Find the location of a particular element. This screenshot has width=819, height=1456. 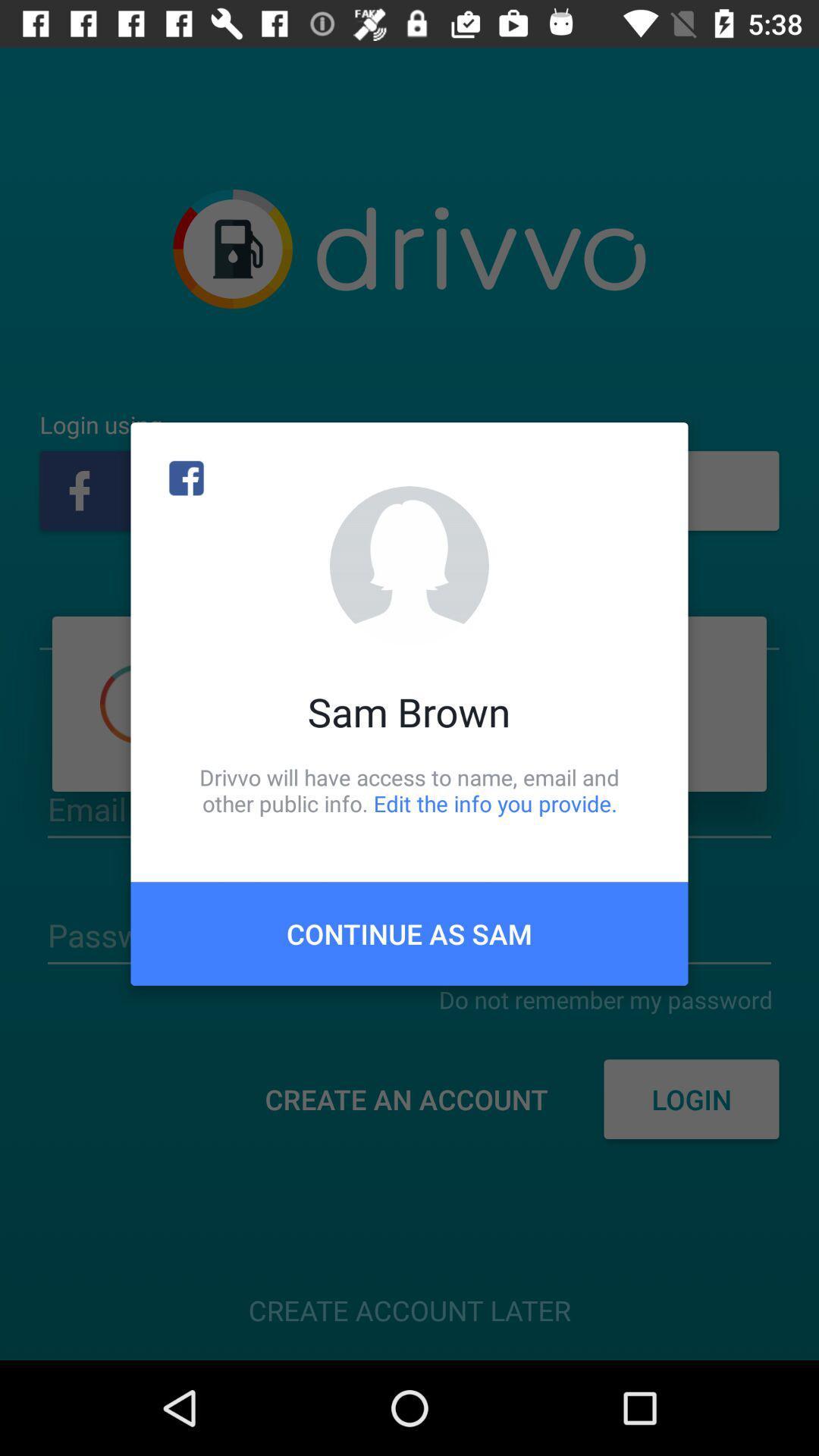

drivvo will have item is located at coordinates (409, 789).